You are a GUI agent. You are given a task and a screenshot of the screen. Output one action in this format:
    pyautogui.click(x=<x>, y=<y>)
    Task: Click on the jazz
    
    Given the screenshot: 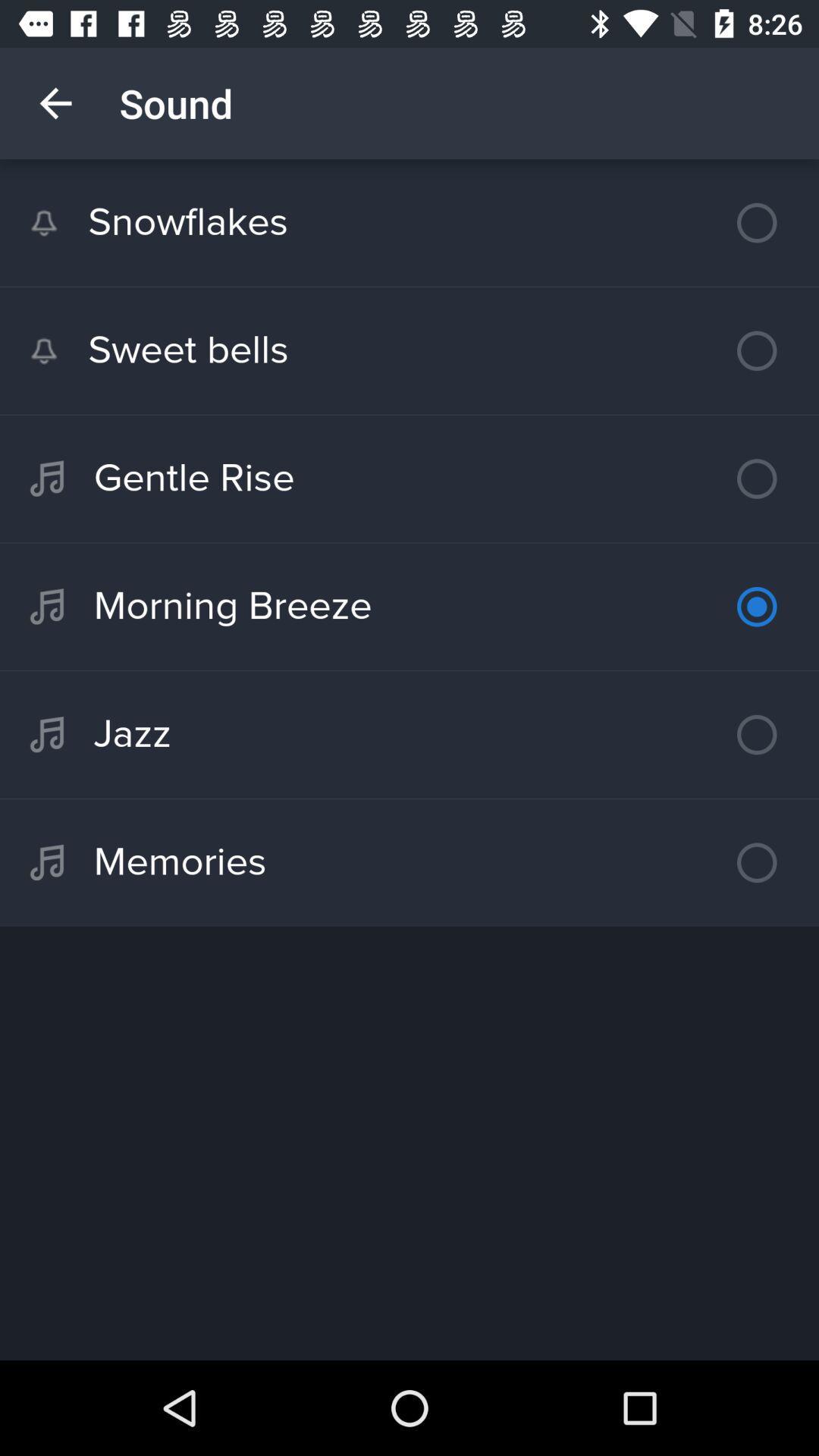 What is the action you would take?
    pyautogui.click(x=409, y=735)
    